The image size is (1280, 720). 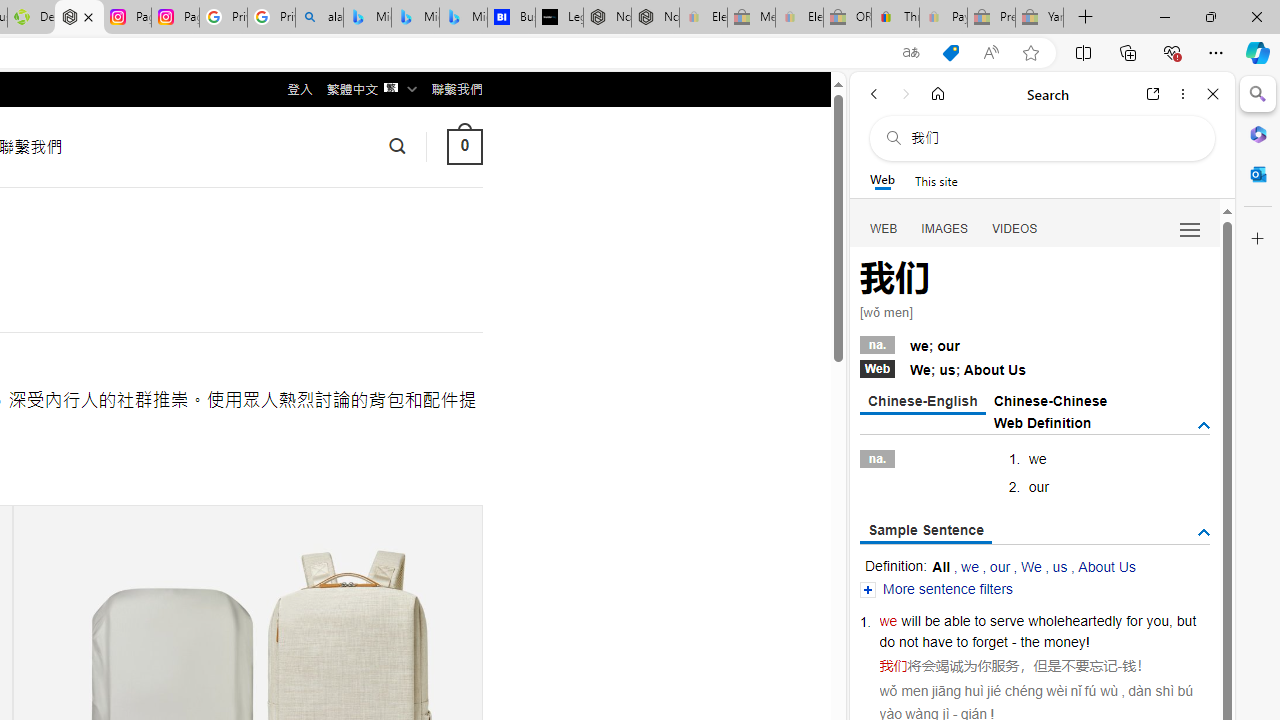 I want to click on 'Microsoft Bing Travel - Flights from Hong Kong to Bangkok', so click(x=367, y=17).